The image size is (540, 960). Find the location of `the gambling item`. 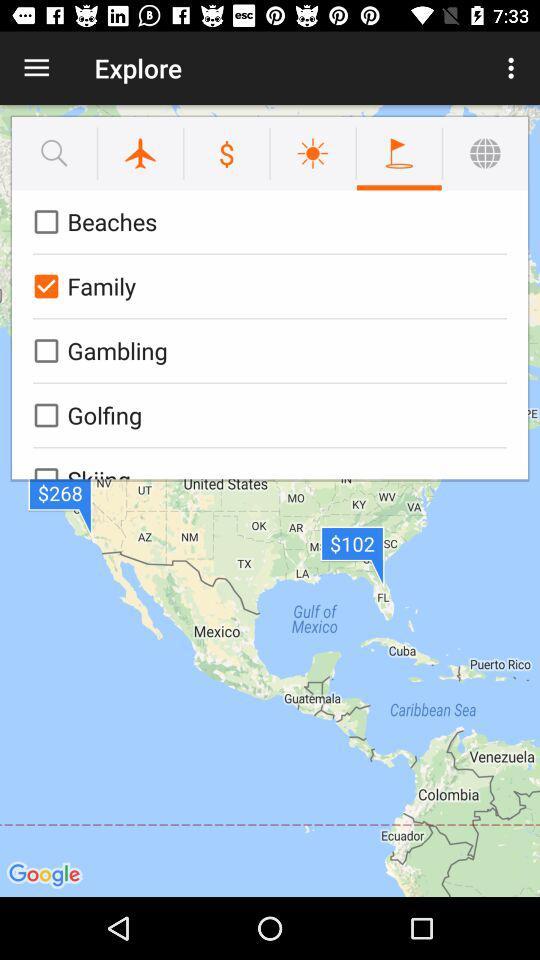

the gambling item is located at coordinates (266, 350).